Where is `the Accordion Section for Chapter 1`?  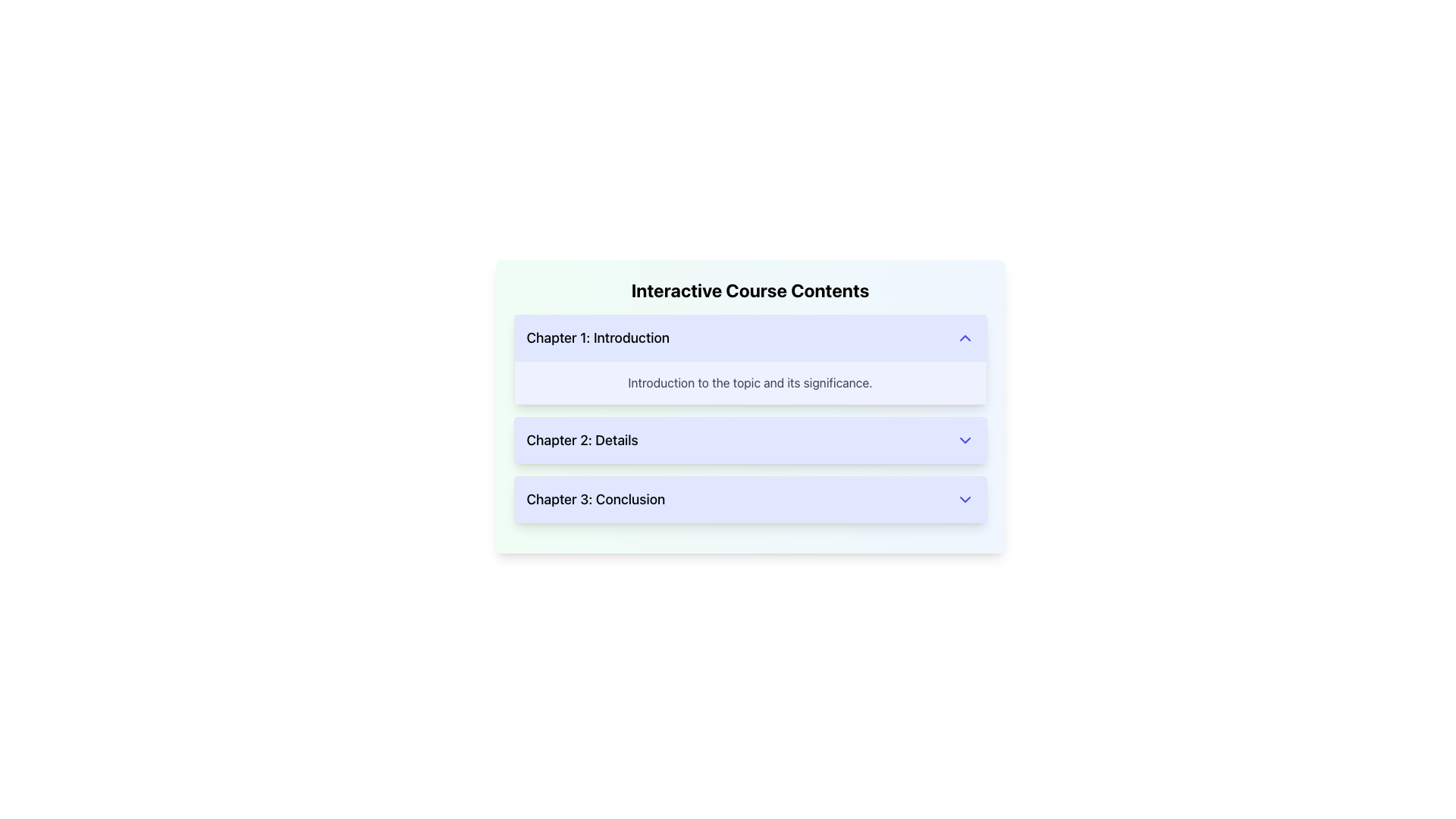 the Accordion Section for Chapter 1 is located at coordinates (750, 359).